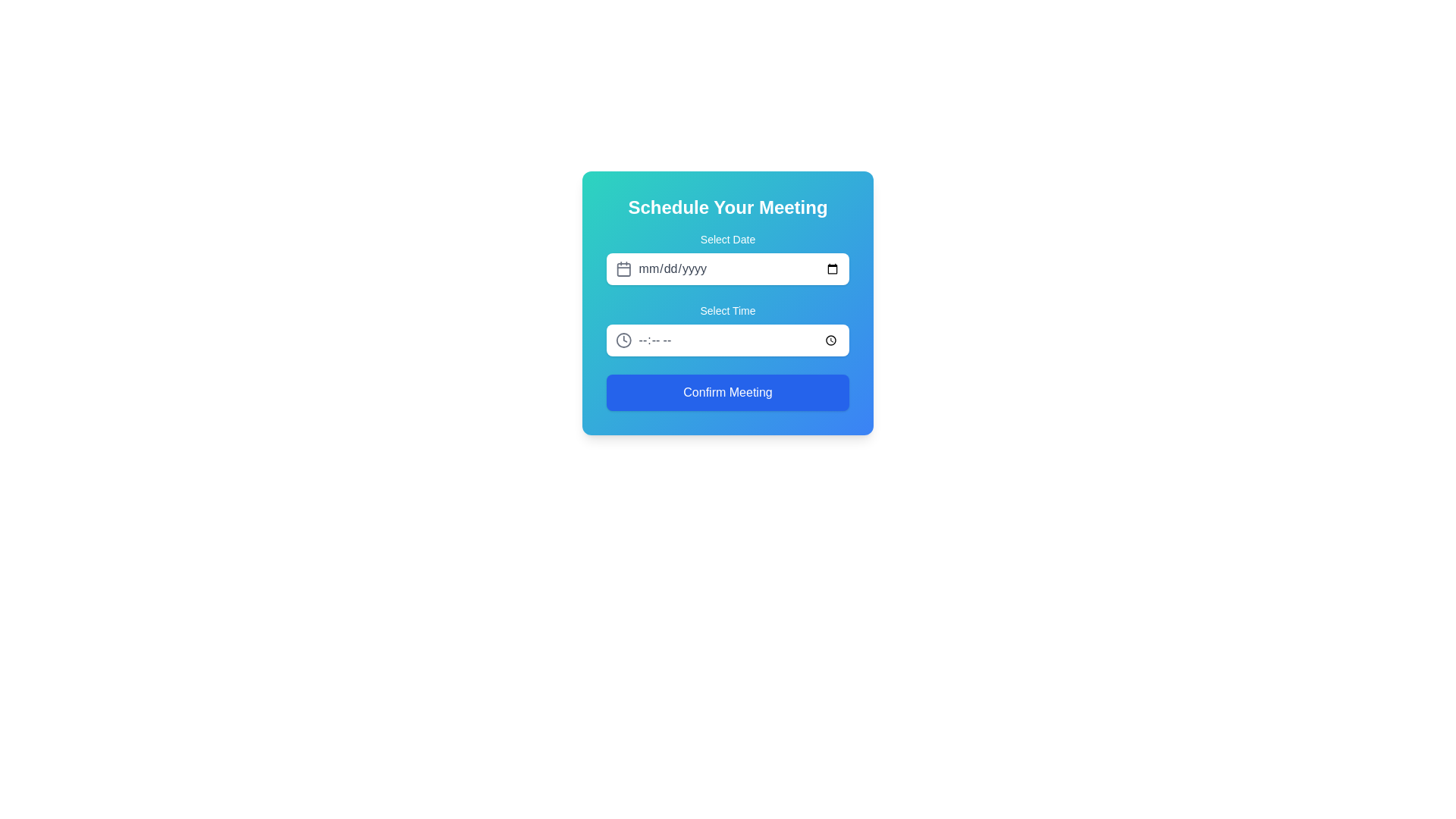  I want to click on the circular gray clock icon with a thin border, positioned to the left of the 'Select Time' placeholder text, so click(623, 339).